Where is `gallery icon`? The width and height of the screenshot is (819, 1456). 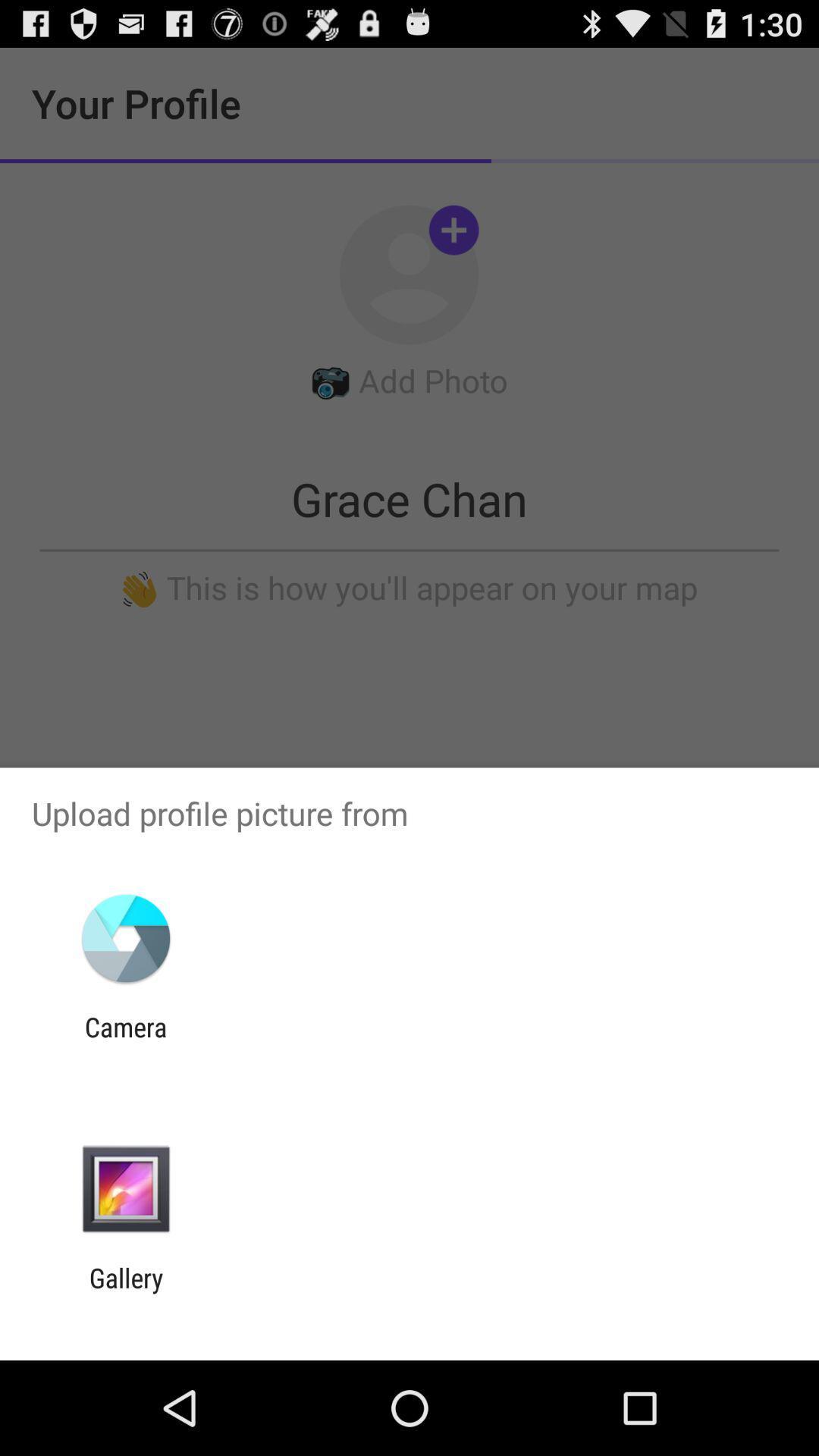
gallery icon is located at coordinates (125, 1293).